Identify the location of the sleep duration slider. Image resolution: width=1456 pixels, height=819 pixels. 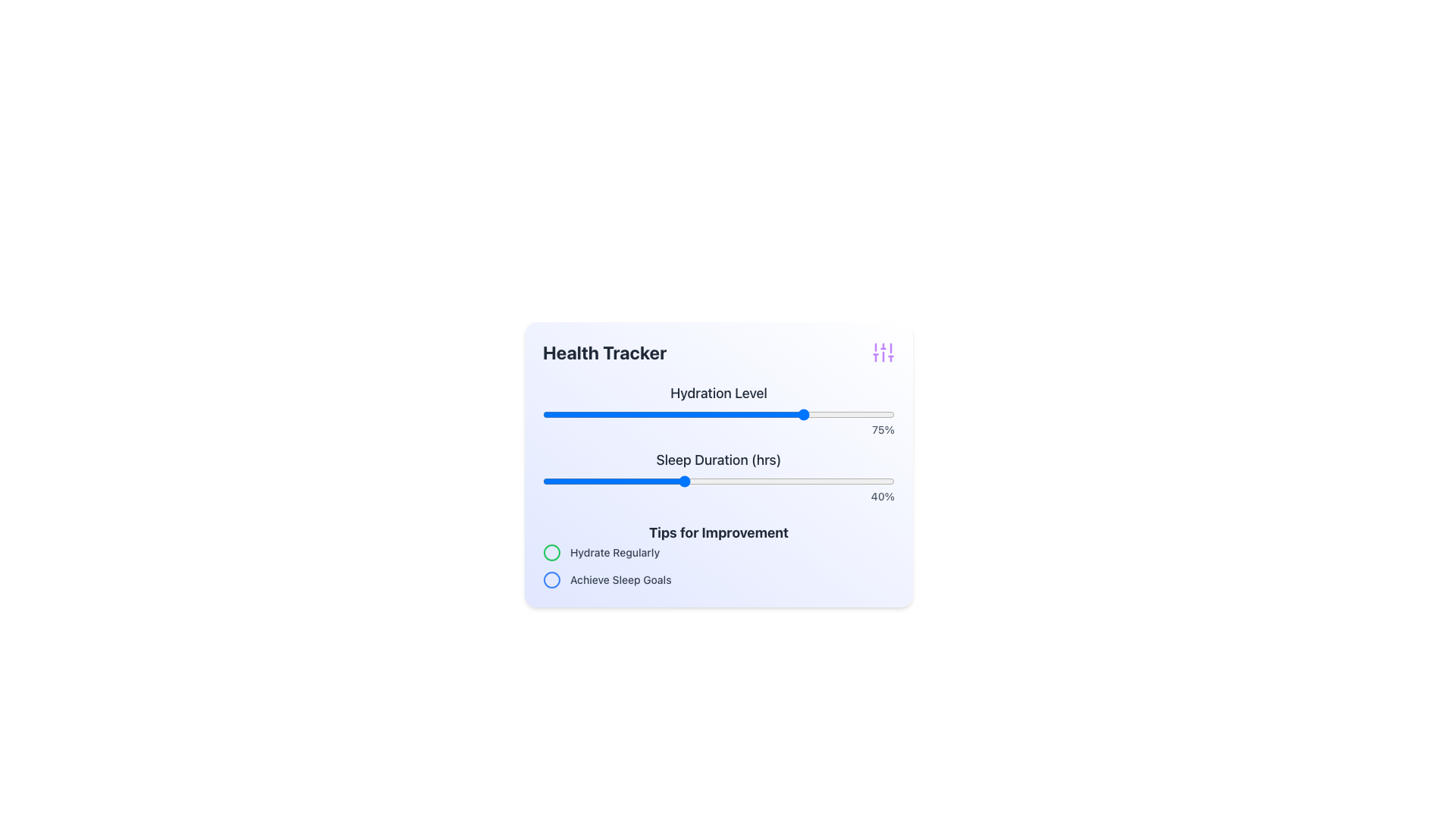
(764, 482).